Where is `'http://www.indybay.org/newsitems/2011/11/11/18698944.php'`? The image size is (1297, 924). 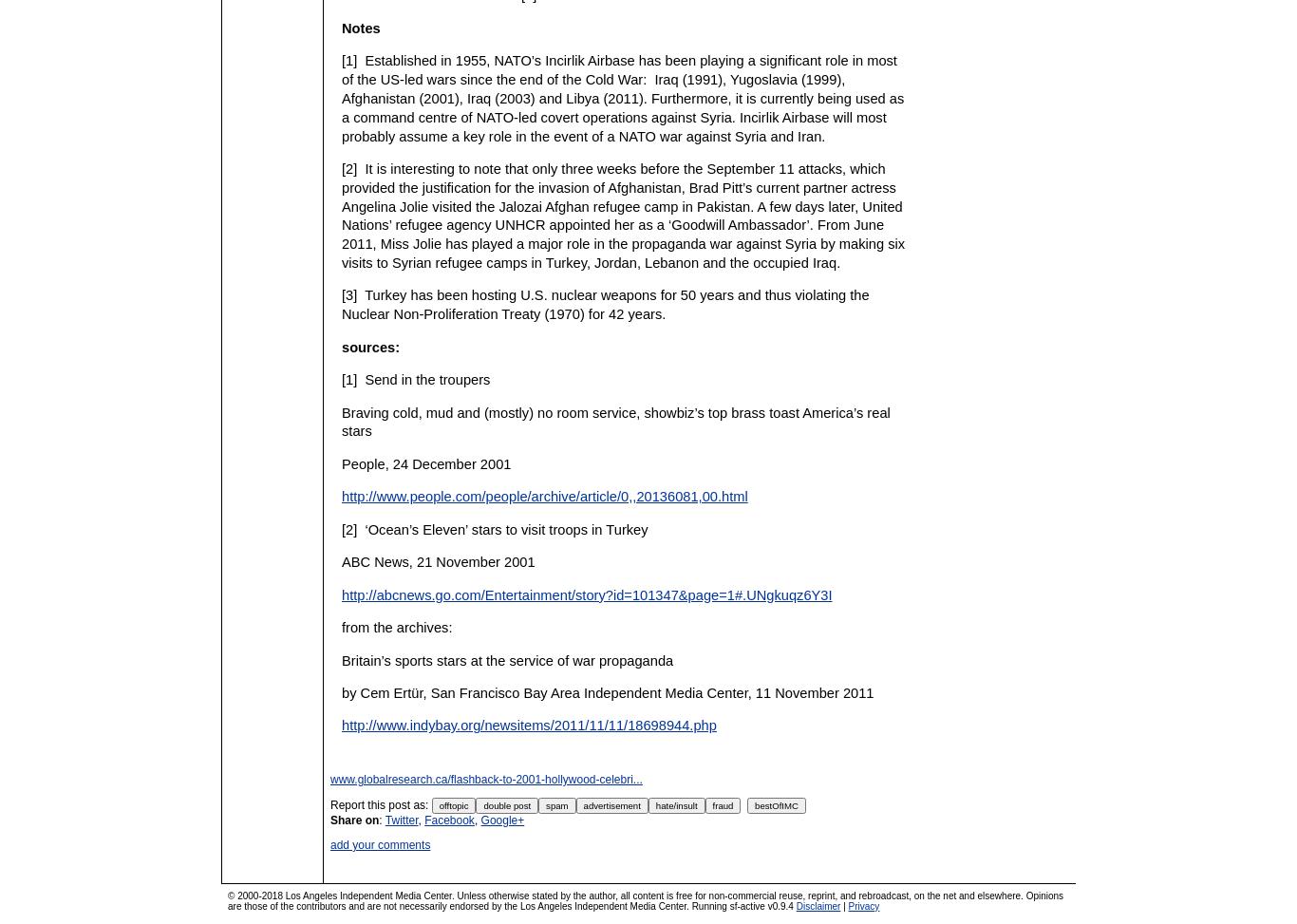 'http://www.indybay.org/newsitems/2011/11/11/18698944.php' is located at coordinates (529, 725).